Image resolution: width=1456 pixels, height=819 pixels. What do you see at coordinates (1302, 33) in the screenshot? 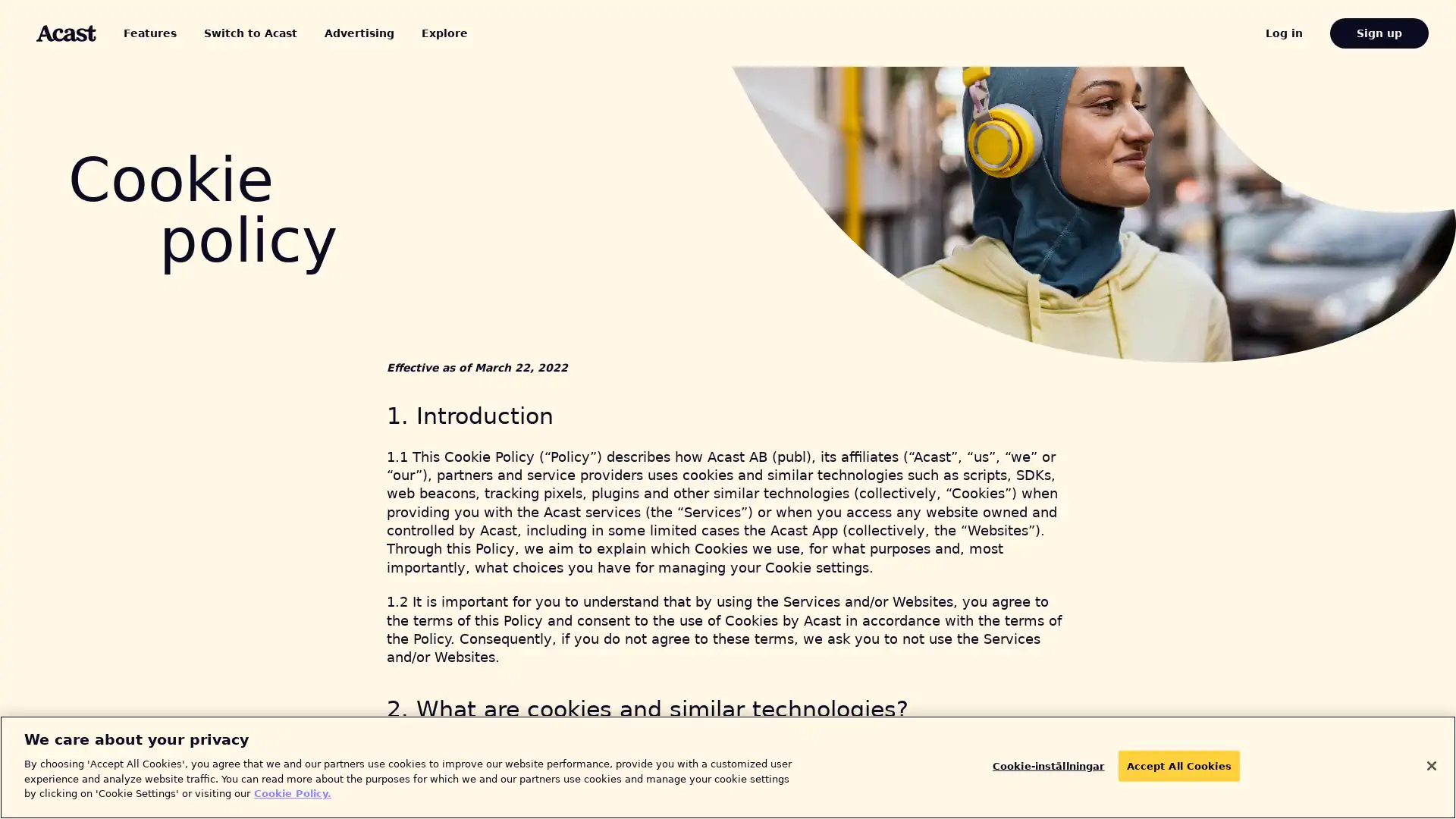
I see `Log in` at bounding box center [1302, 33].